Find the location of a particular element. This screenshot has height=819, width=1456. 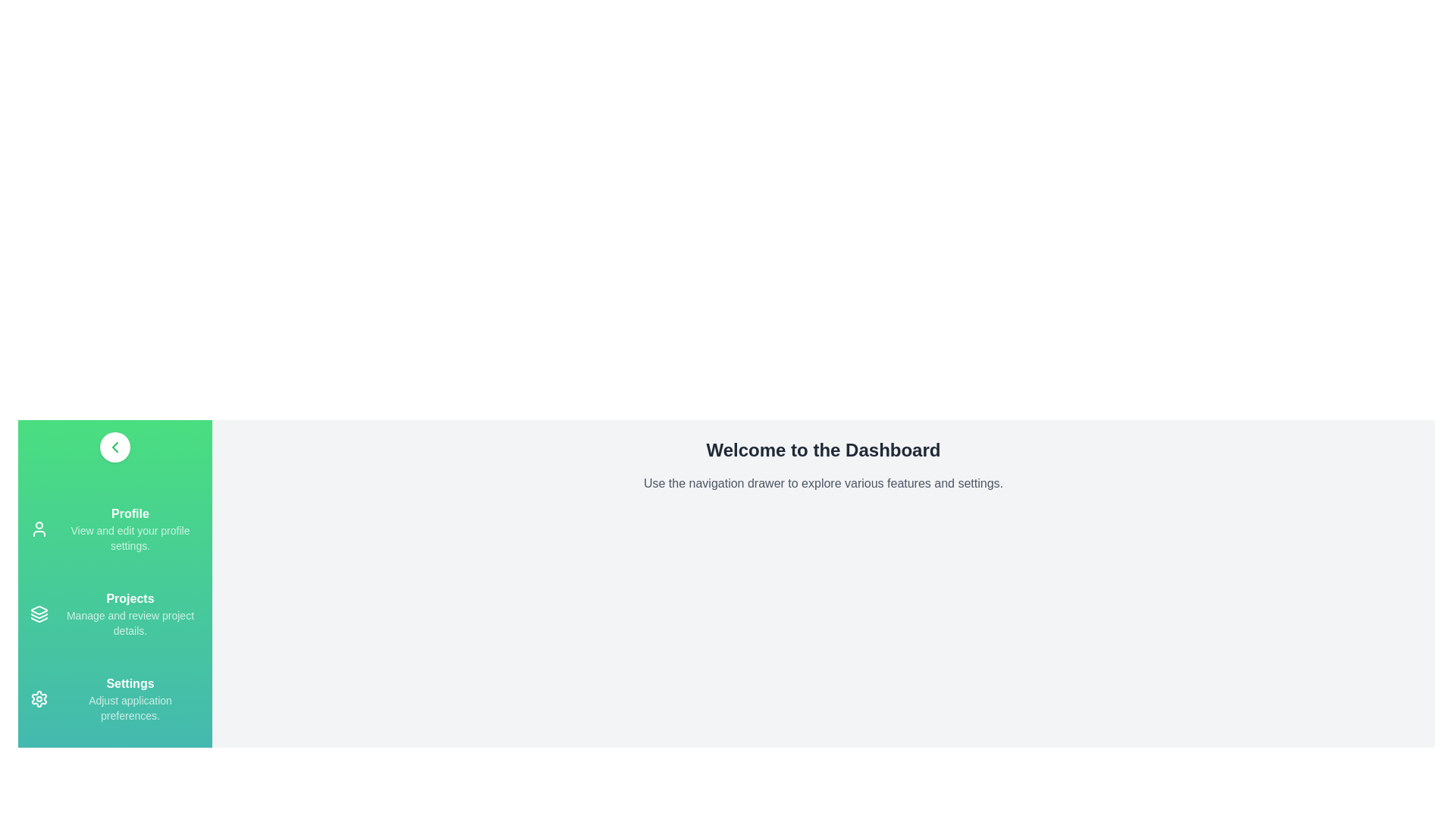

the menu item Settings from the navigation drawer is located at coordinates (115, 698).